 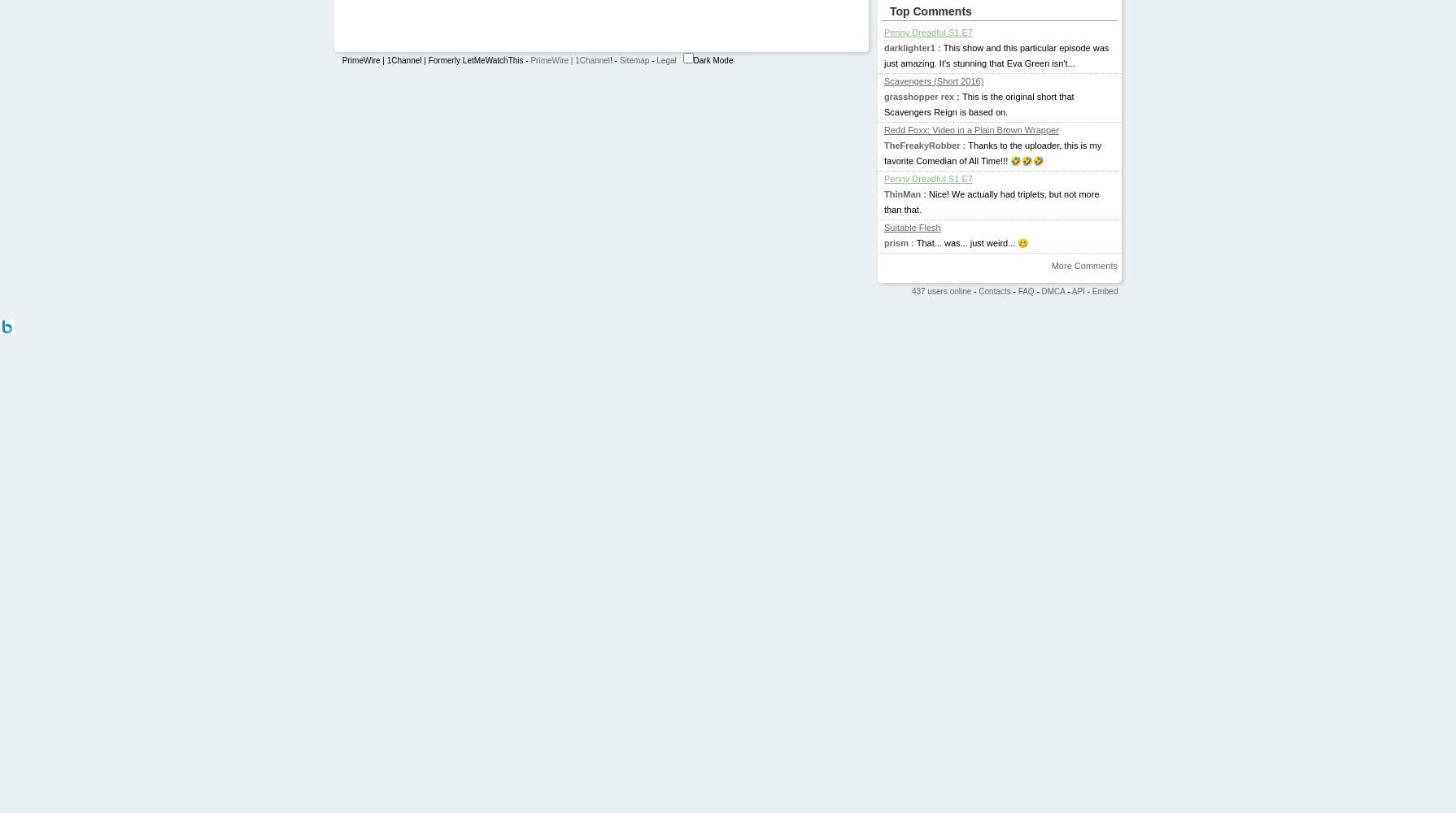 I want to click on 'PrimeWire | 1Channel | Formerly LetMeWatchThis  -', so click(x=434, y=59).